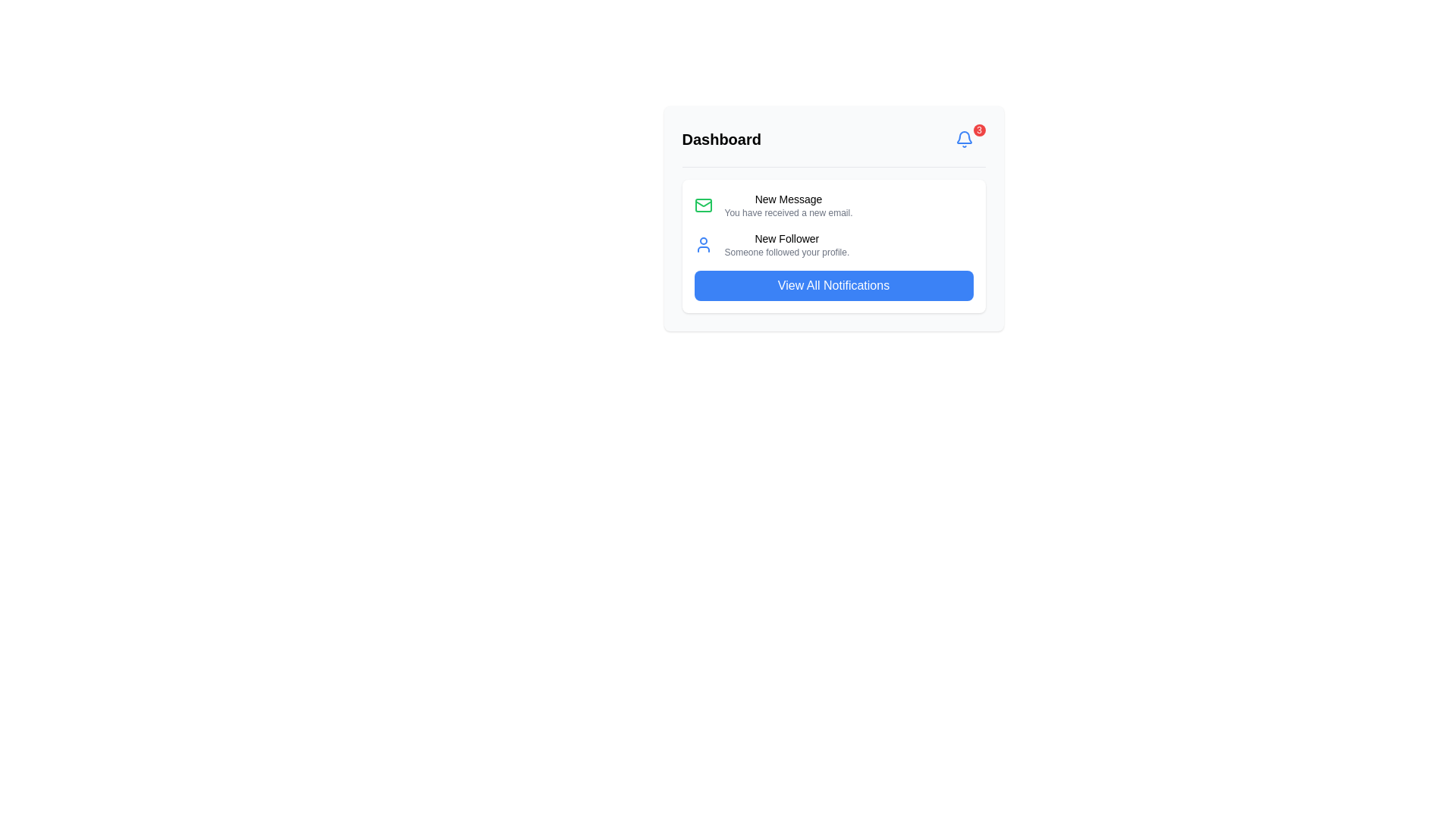  Describe the element at coordinates (786, 251) in the screenshot. I see `the descriptive text label that informs the user about a new follower, located beneath the 'New Follower' heading in the notifications section` at that location.